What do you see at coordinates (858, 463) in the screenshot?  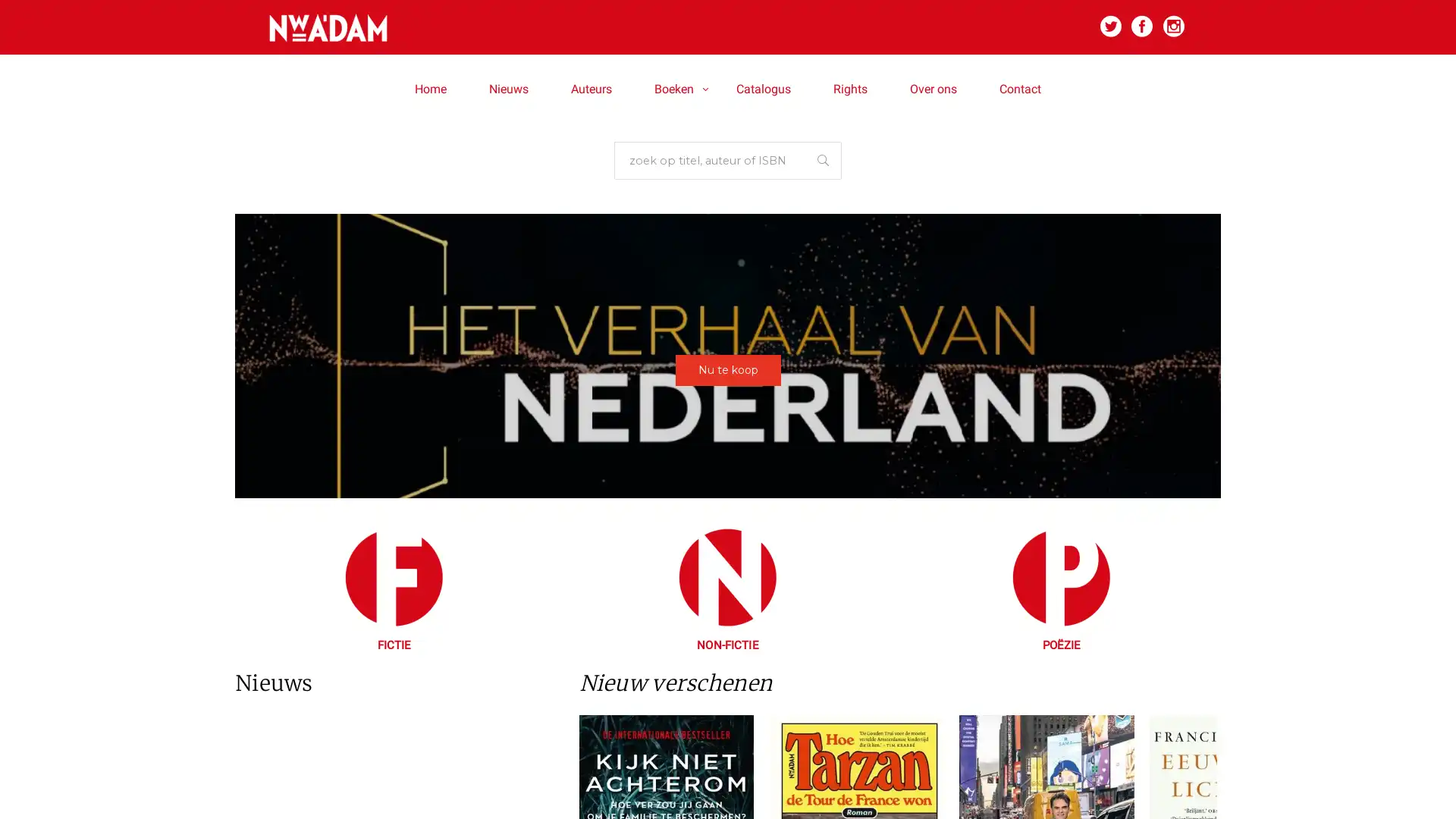 I see `Bekijk voorkeuren` at bounding box center [858, 463].